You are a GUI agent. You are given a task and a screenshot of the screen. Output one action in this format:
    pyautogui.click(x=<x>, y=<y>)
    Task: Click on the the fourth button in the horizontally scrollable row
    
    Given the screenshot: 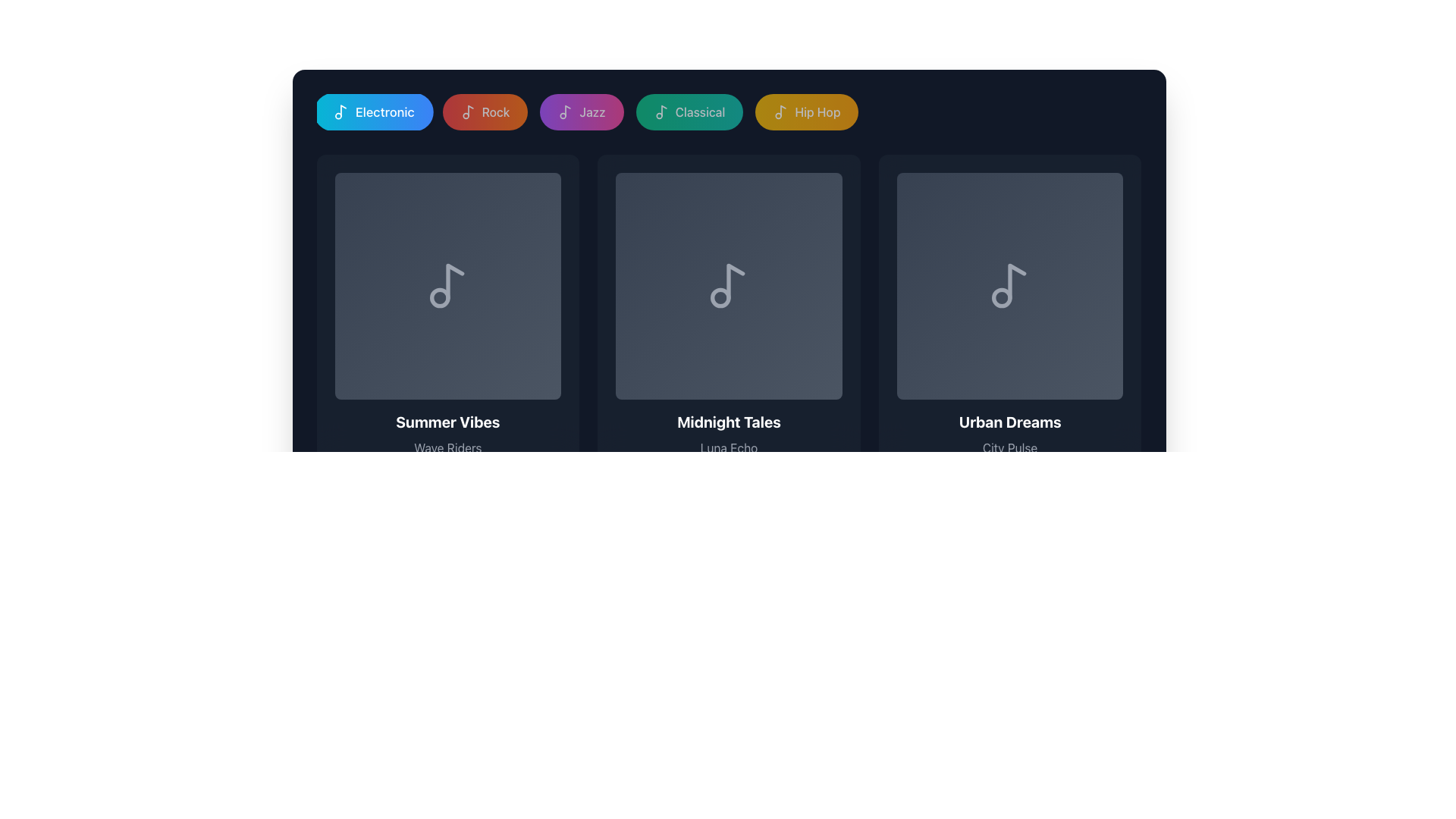 What is the action you would take?
    pyautogui.click(x=729, y=111)
    